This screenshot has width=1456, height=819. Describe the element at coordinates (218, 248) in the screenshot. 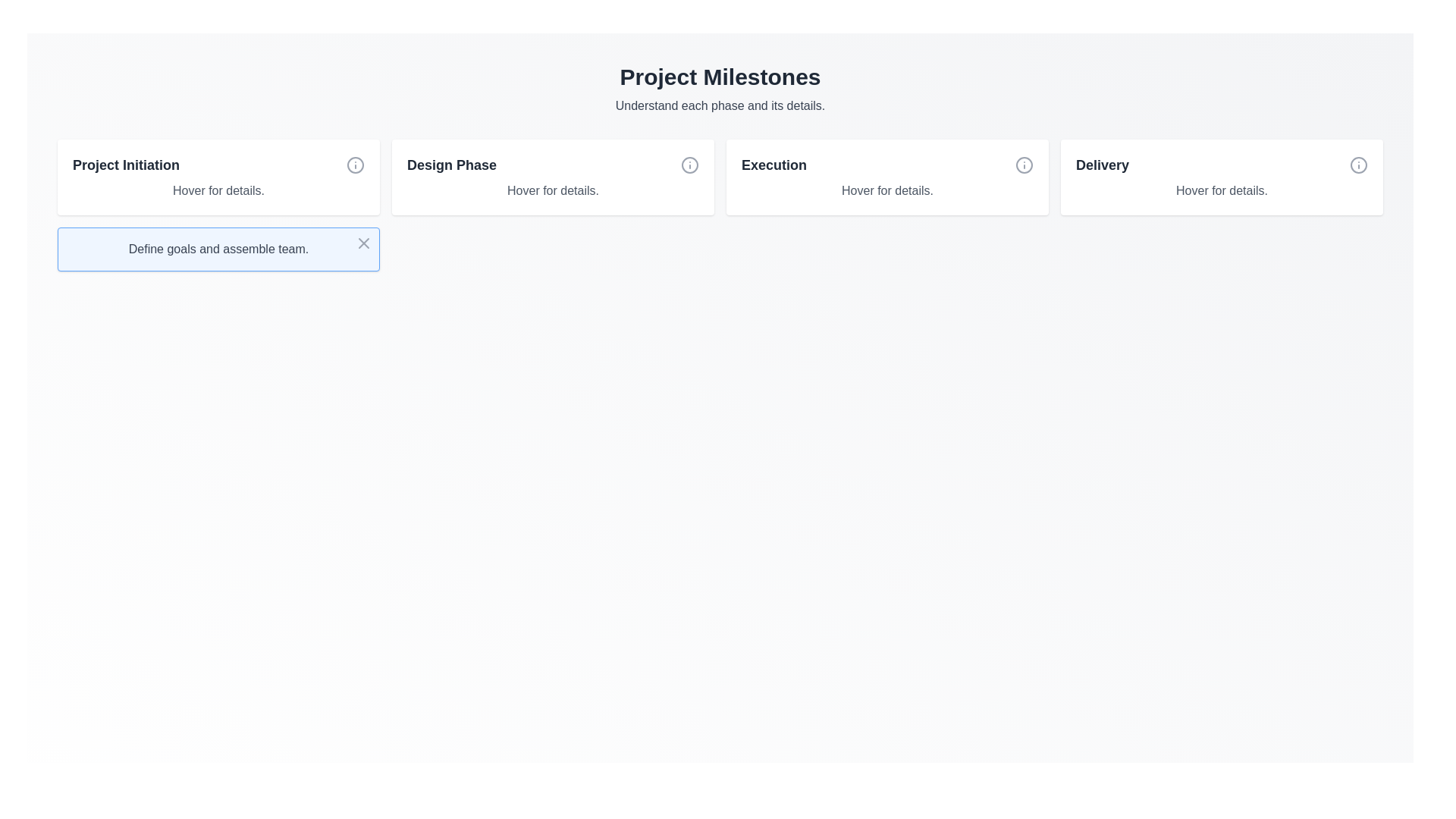

I see `text label located at the center-left of the notification box, which provides a descriptive statement related to the milestone task` at that location.